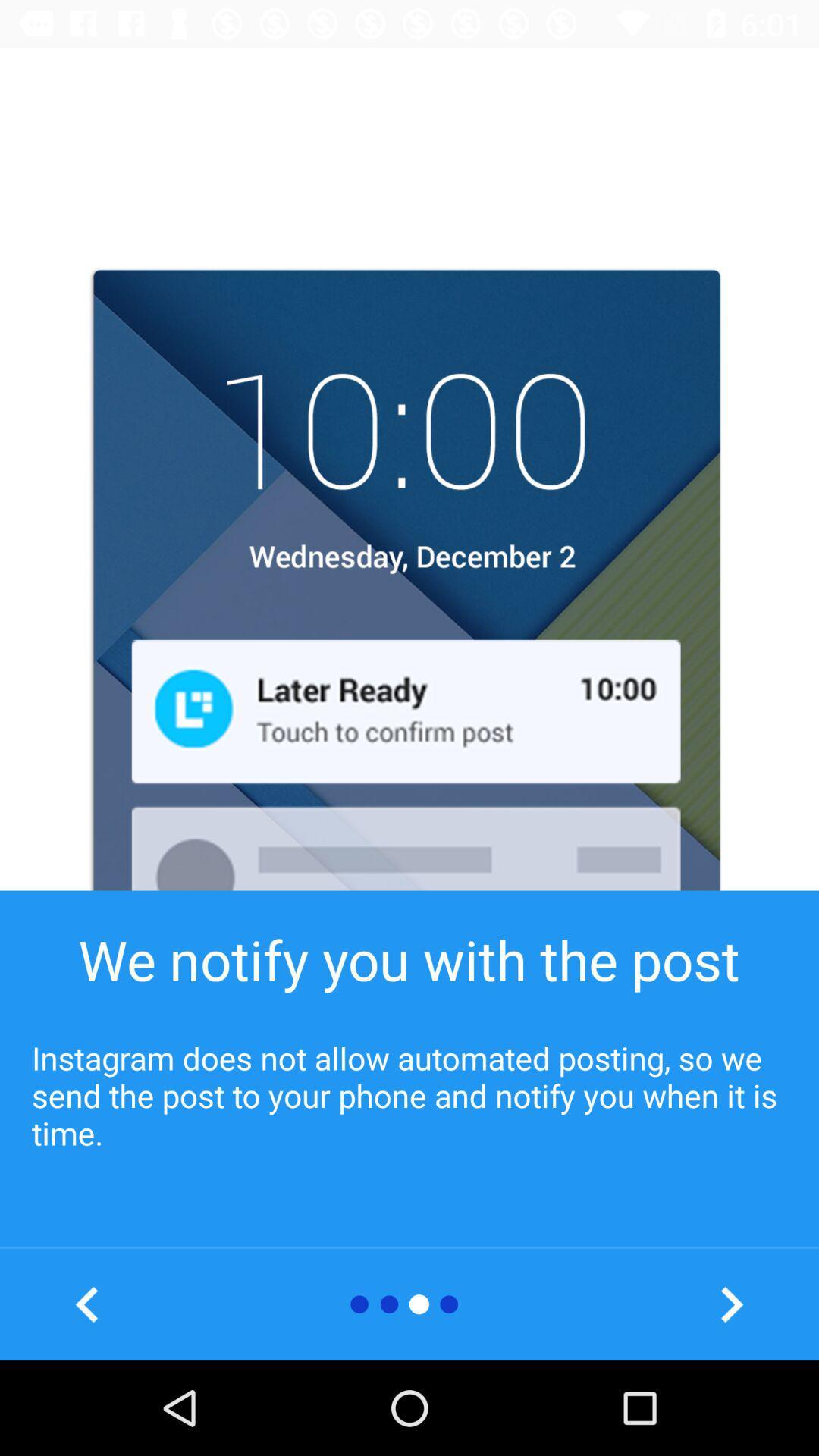  Describe the element at coordinates (730, 1304) in the screenshot. I see `the arrow_forward icon` at that location.